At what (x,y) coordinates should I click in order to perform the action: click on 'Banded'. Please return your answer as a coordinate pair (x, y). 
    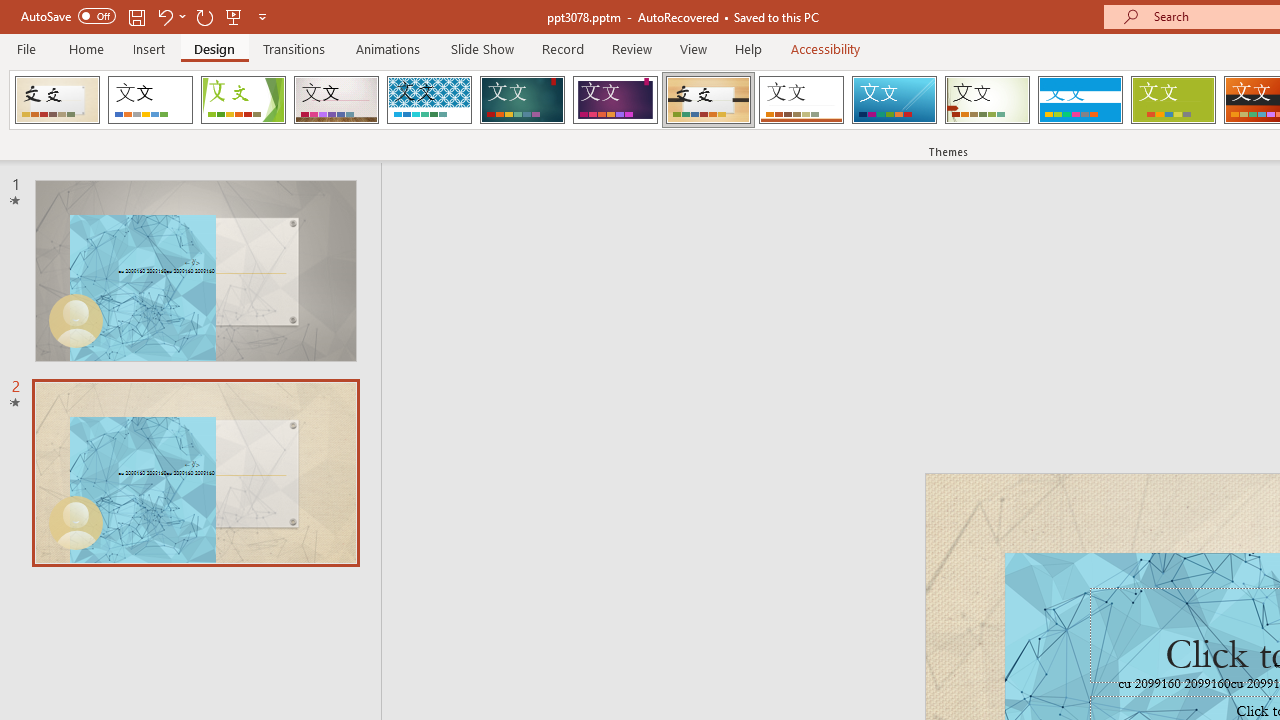
    Looking at the image, I should click on (1079, 100).